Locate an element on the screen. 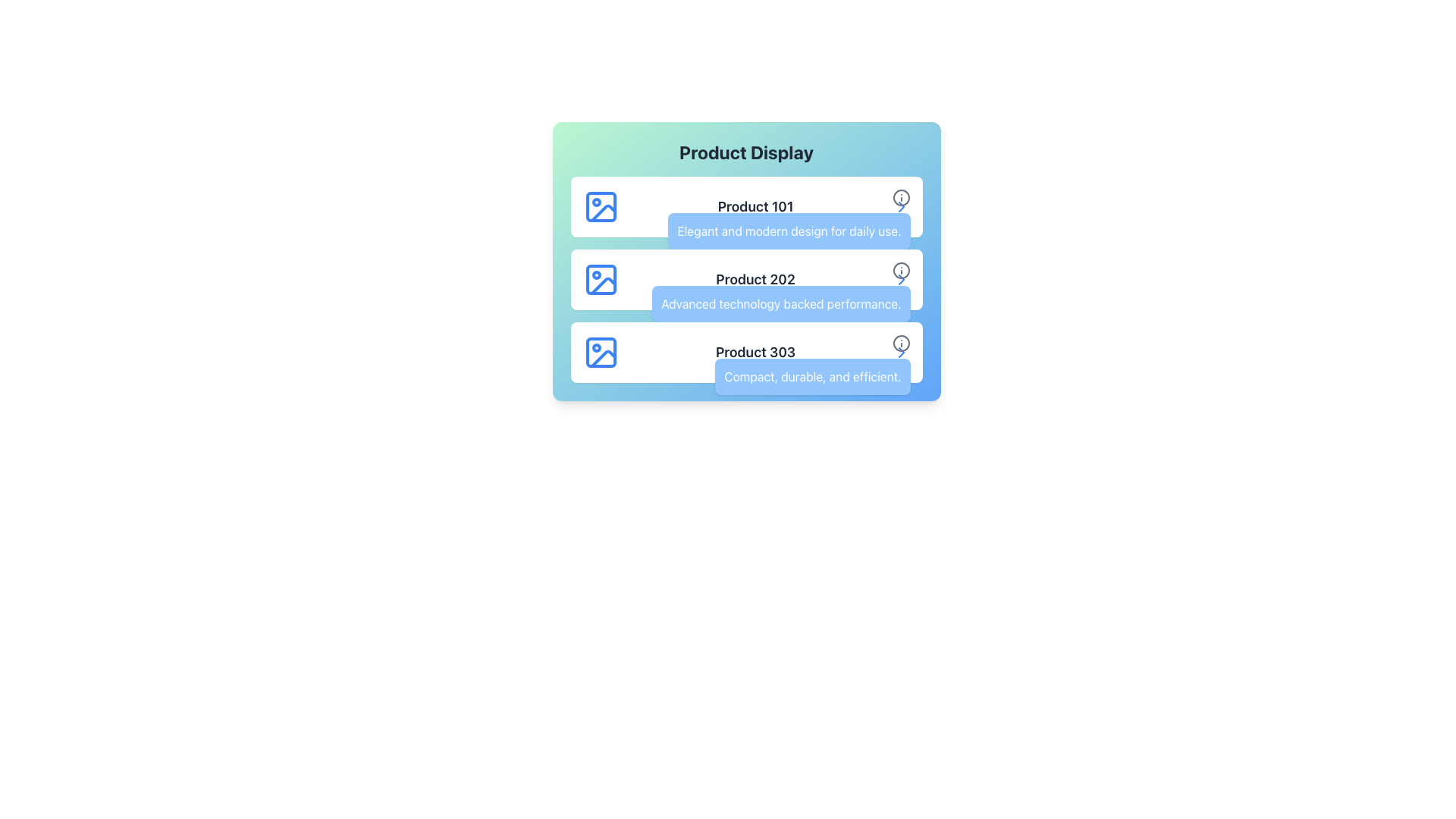  the rightward-pointing chevron button adjacent to the informational icon in the 'Product Display' section is located at coordinates (901, 280).